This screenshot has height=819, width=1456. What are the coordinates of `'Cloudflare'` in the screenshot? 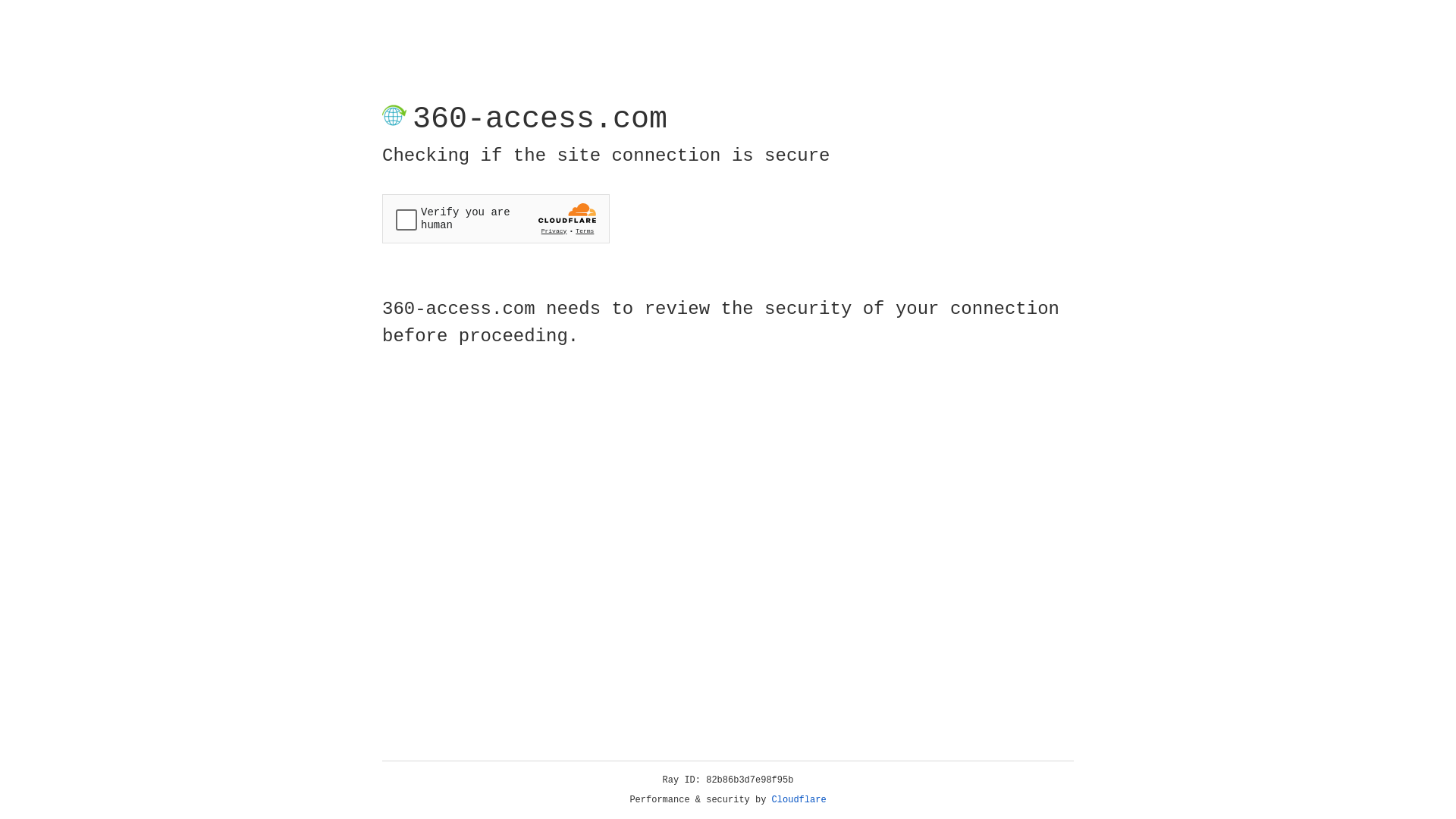 It's located at (771, 799).